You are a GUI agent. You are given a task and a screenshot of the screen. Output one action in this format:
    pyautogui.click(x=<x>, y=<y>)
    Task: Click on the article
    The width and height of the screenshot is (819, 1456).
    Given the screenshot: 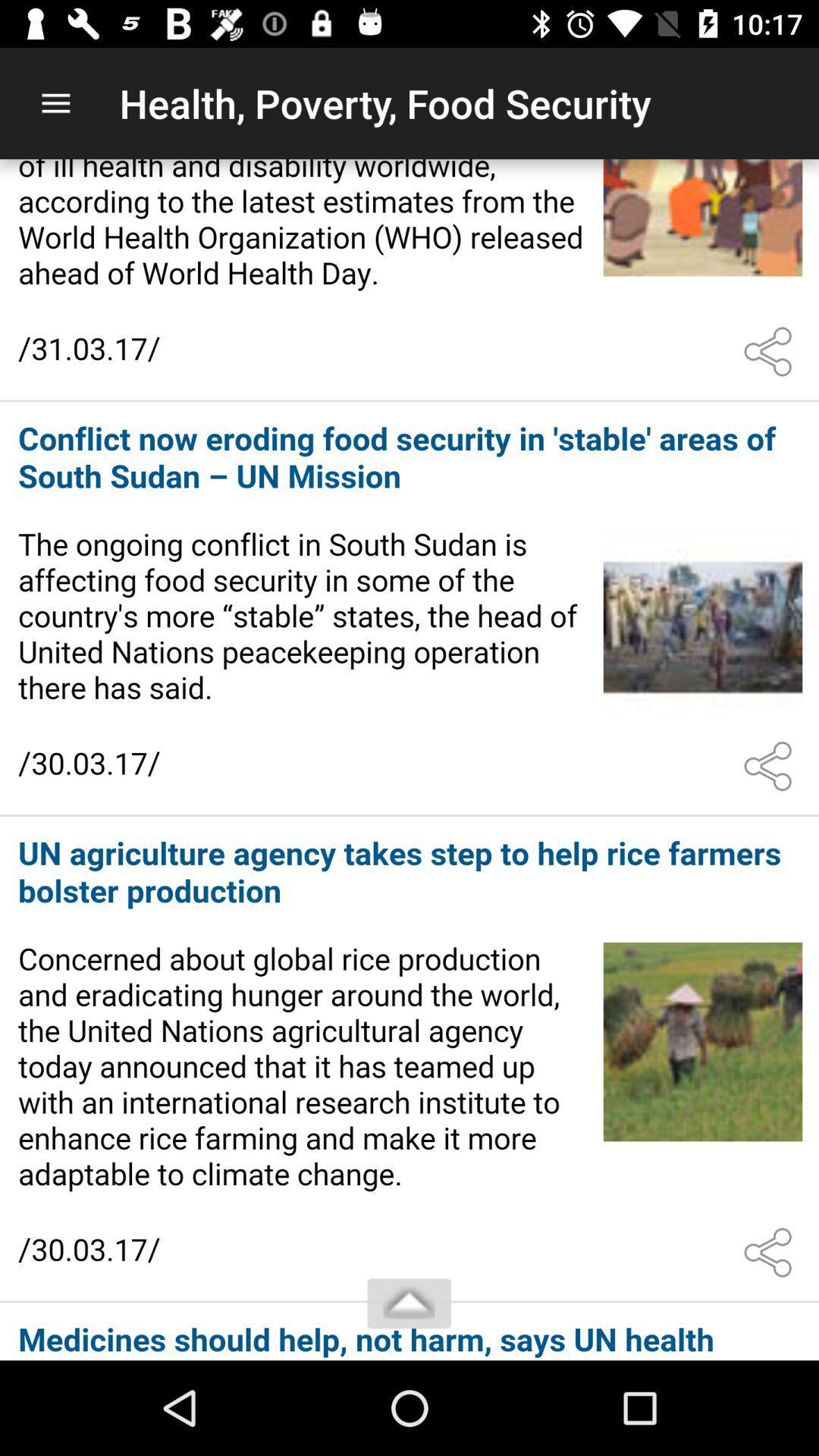 What is the action you would take?
    pyautogui.click(x=409, y=609)
    